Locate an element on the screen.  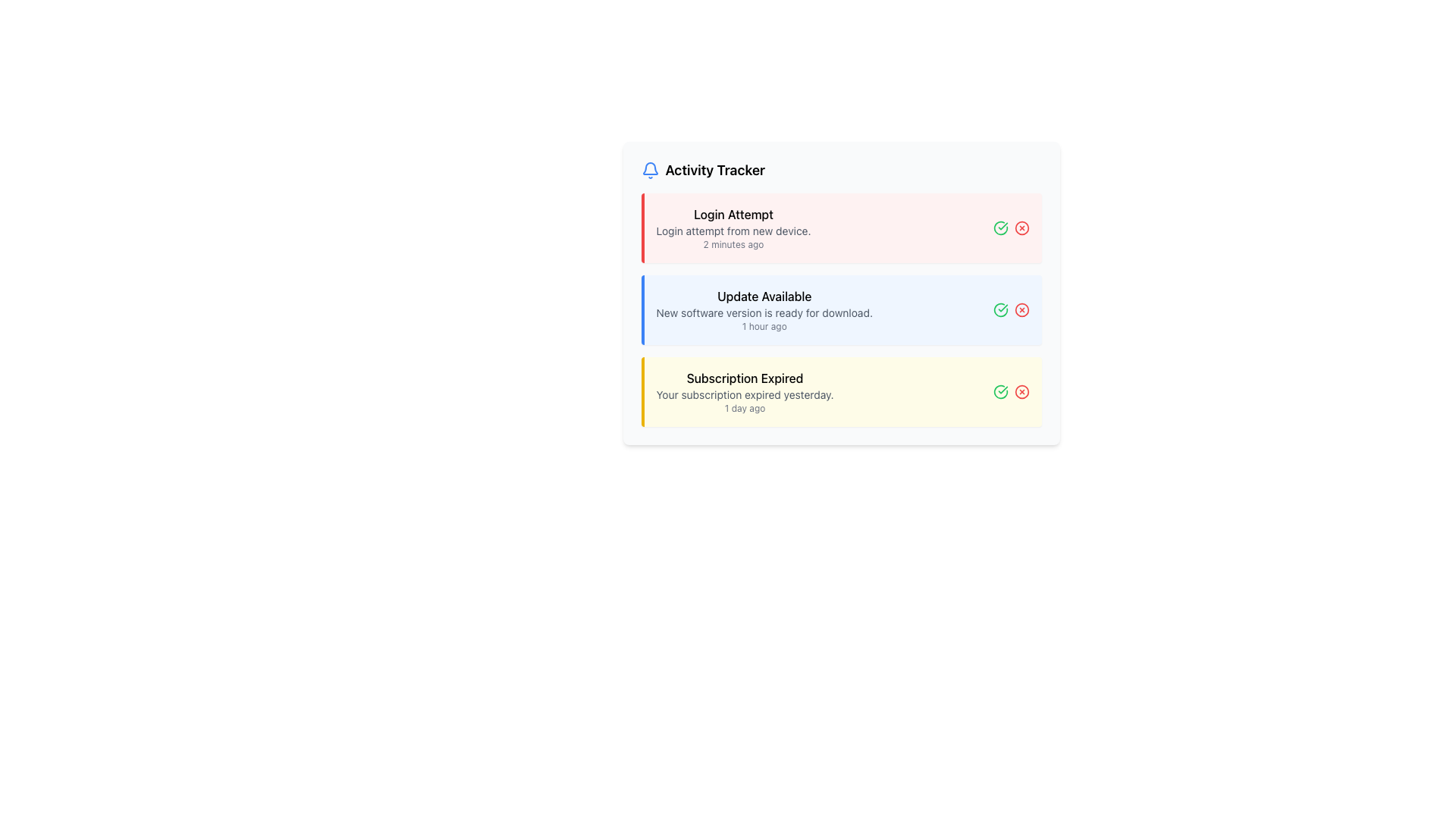
the green icon of the second notification item that displays information about an available software update to confirm the update is located at coordinates (840, 309).